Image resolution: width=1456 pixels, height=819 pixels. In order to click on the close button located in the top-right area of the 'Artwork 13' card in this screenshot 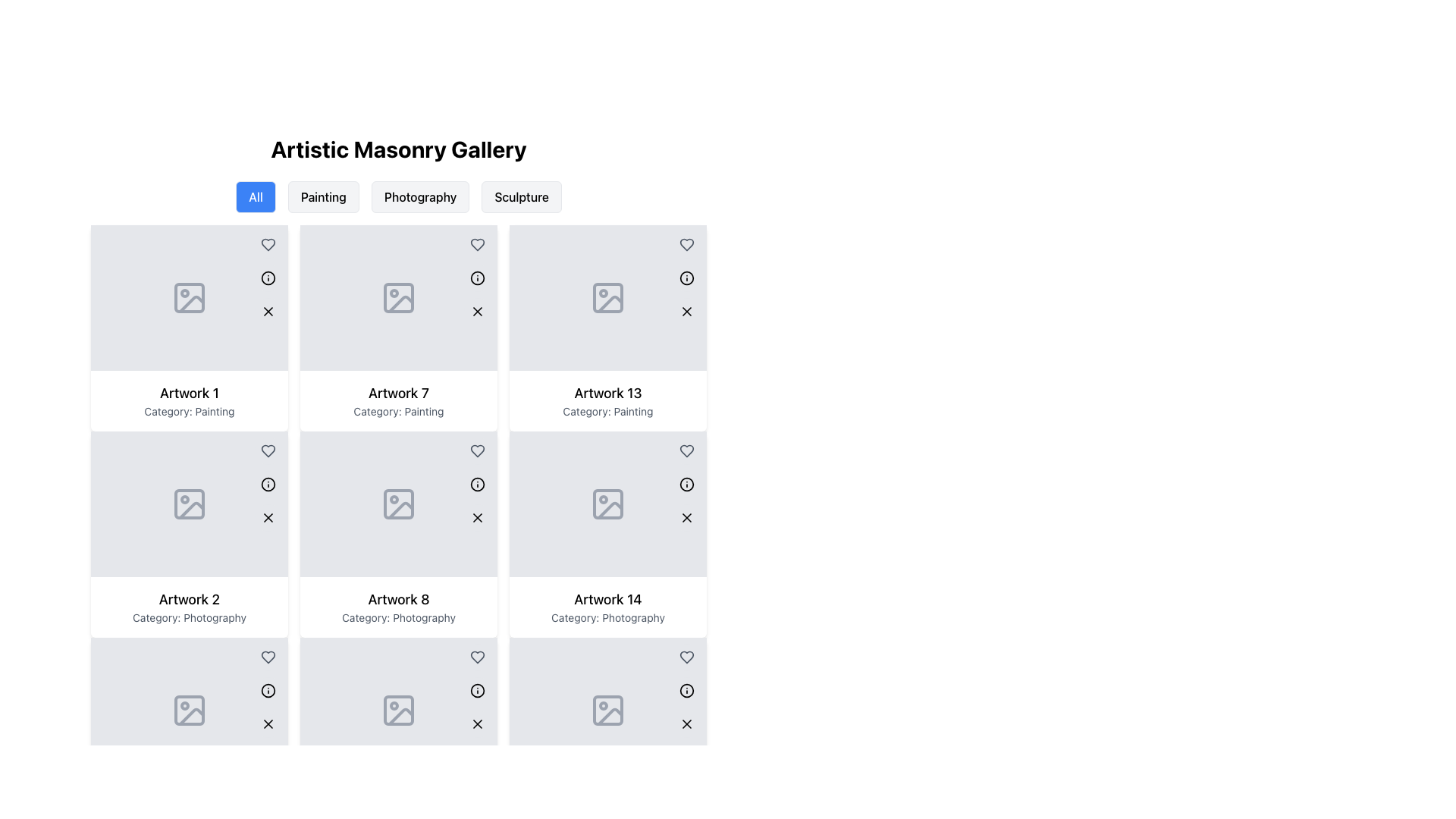, I will do `click(686, 311)`.